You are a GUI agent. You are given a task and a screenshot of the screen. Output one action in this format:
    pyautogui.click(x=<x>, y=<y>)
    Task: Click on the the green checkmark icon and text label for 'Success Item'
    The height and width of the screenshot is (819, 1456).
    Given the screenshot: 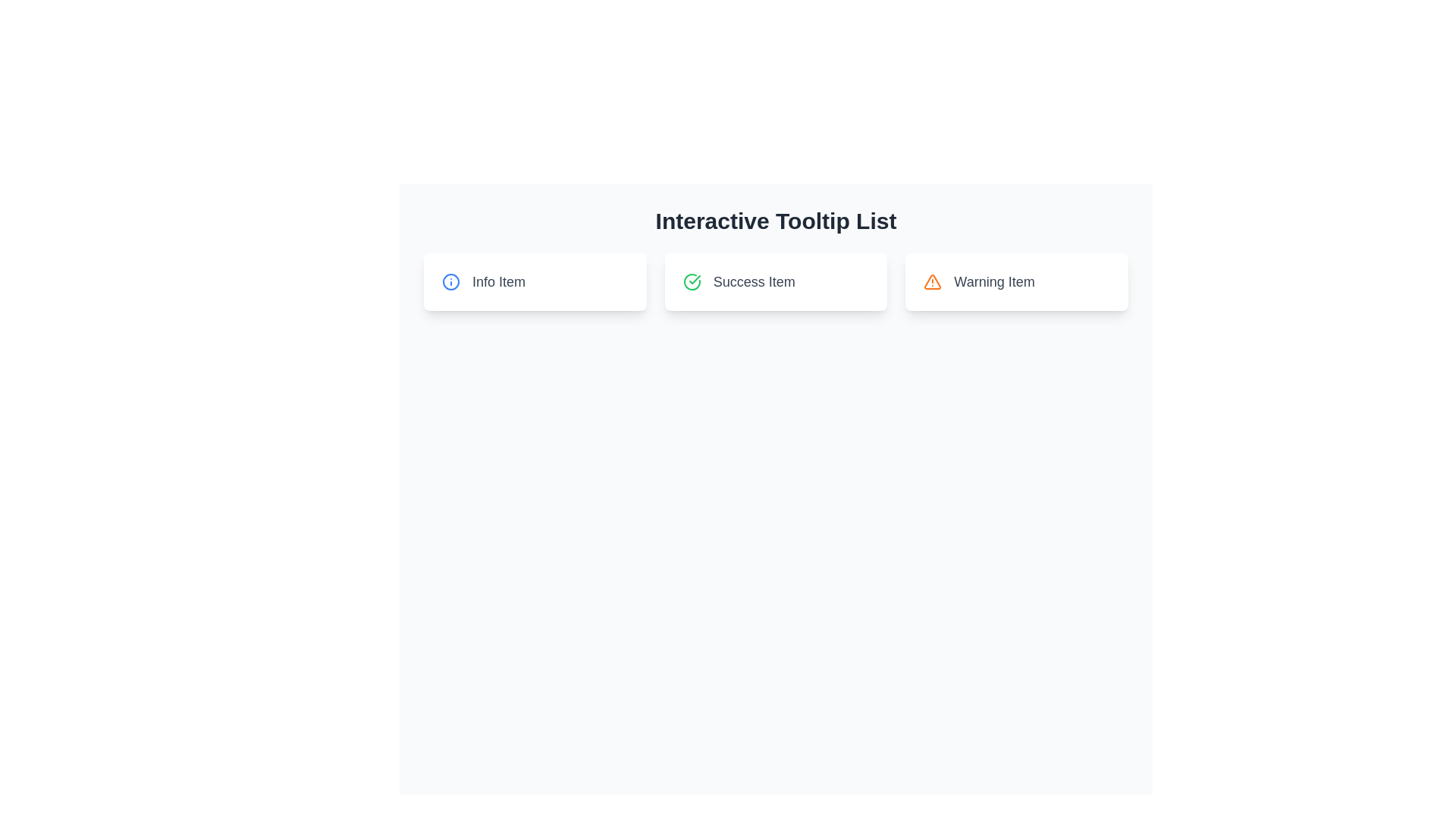 What is the action you would take?
    pyautogui.click(x=776, y=281)
    